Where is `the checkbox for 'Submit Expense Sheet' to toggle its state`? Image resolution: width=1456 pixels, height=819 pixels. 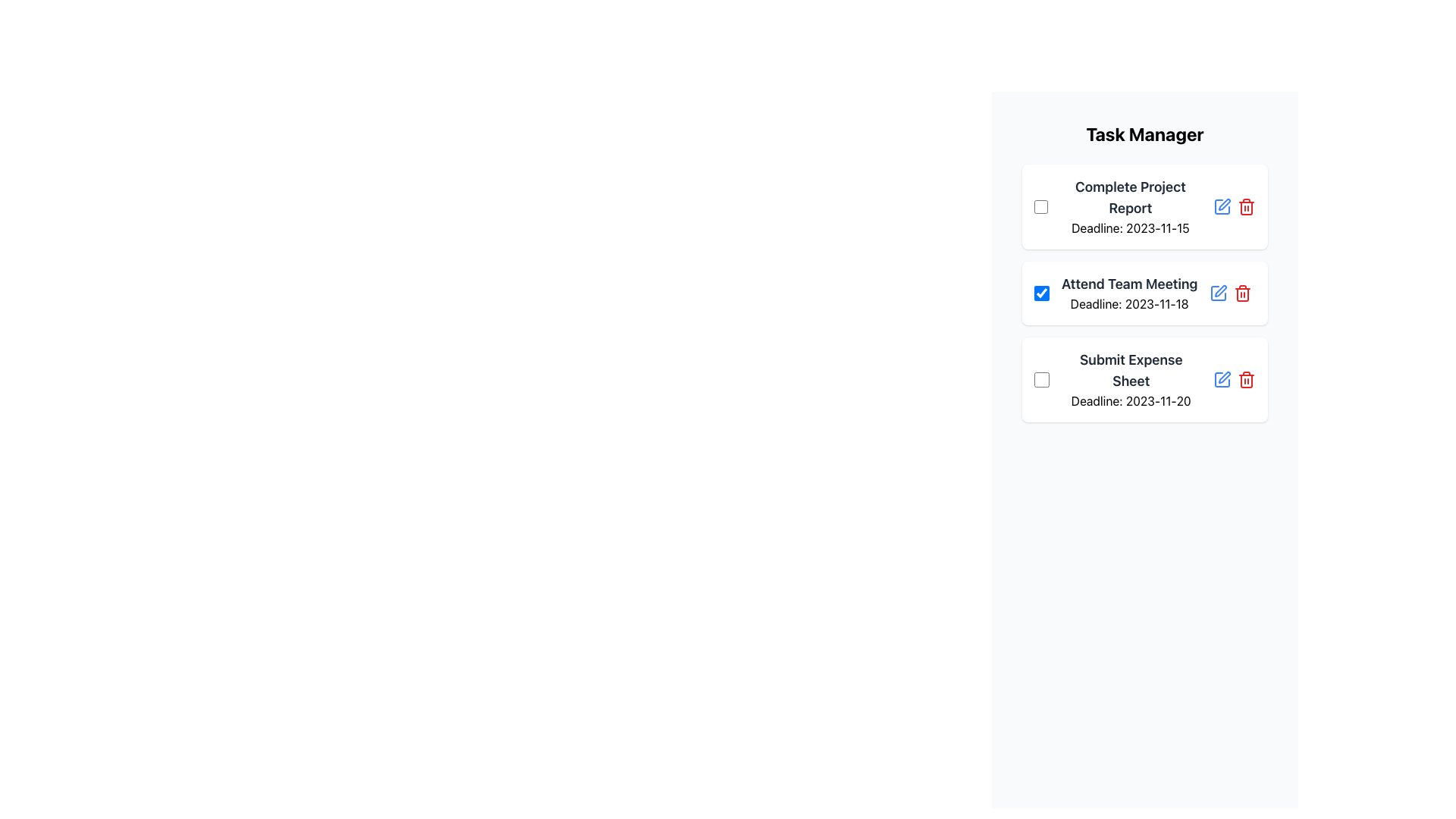 the checkbox for 'Submit Expense Sheet' to toggle its state is located at coordinates (1040, 379).